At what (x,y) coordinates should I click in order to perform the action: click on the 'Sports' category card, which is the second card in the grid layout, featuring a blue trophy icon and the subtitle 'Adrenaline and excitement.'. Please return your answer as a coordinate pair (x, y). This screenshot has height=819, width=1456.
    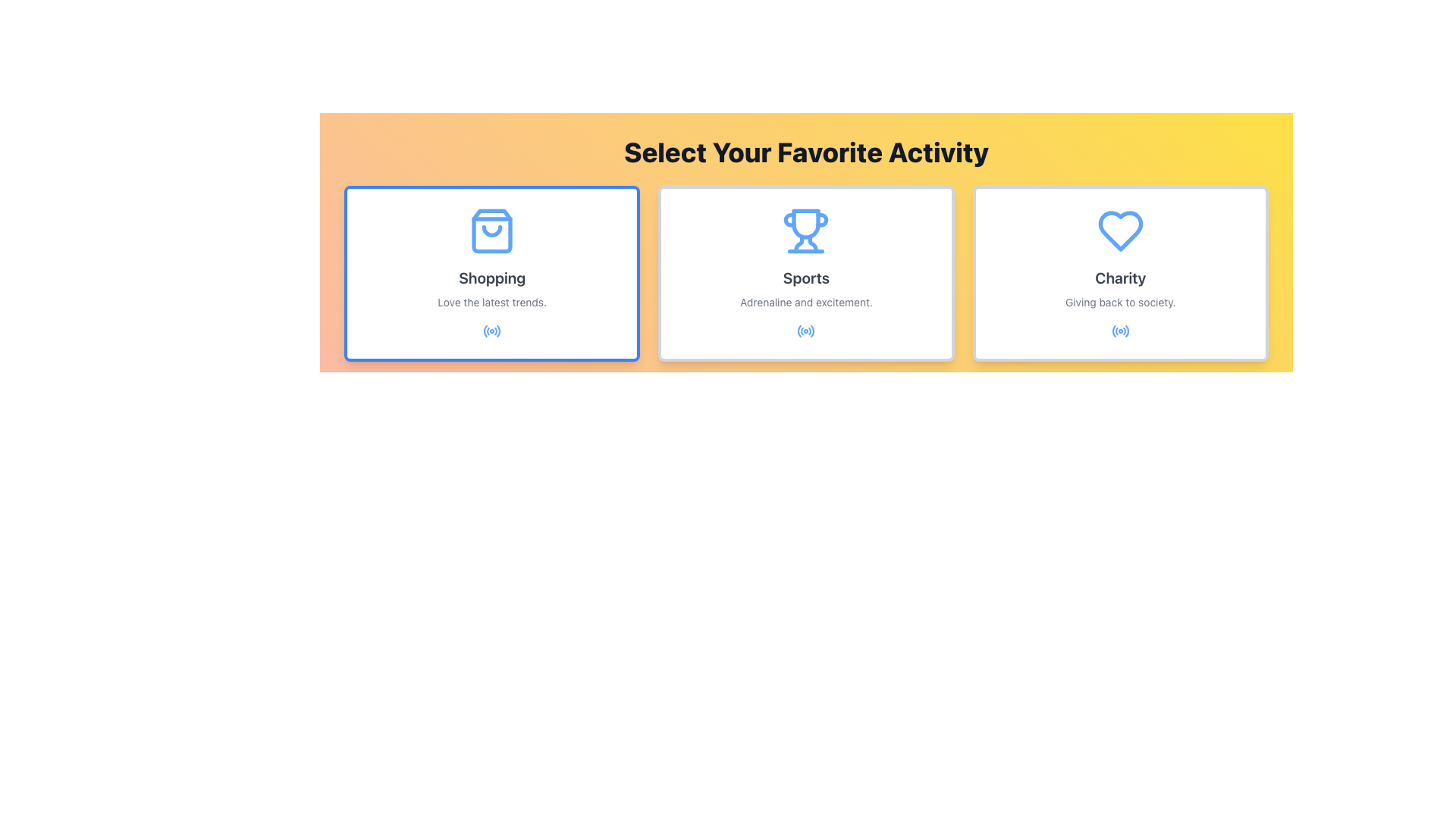
    Looking at the image, I should click on (805, 274).